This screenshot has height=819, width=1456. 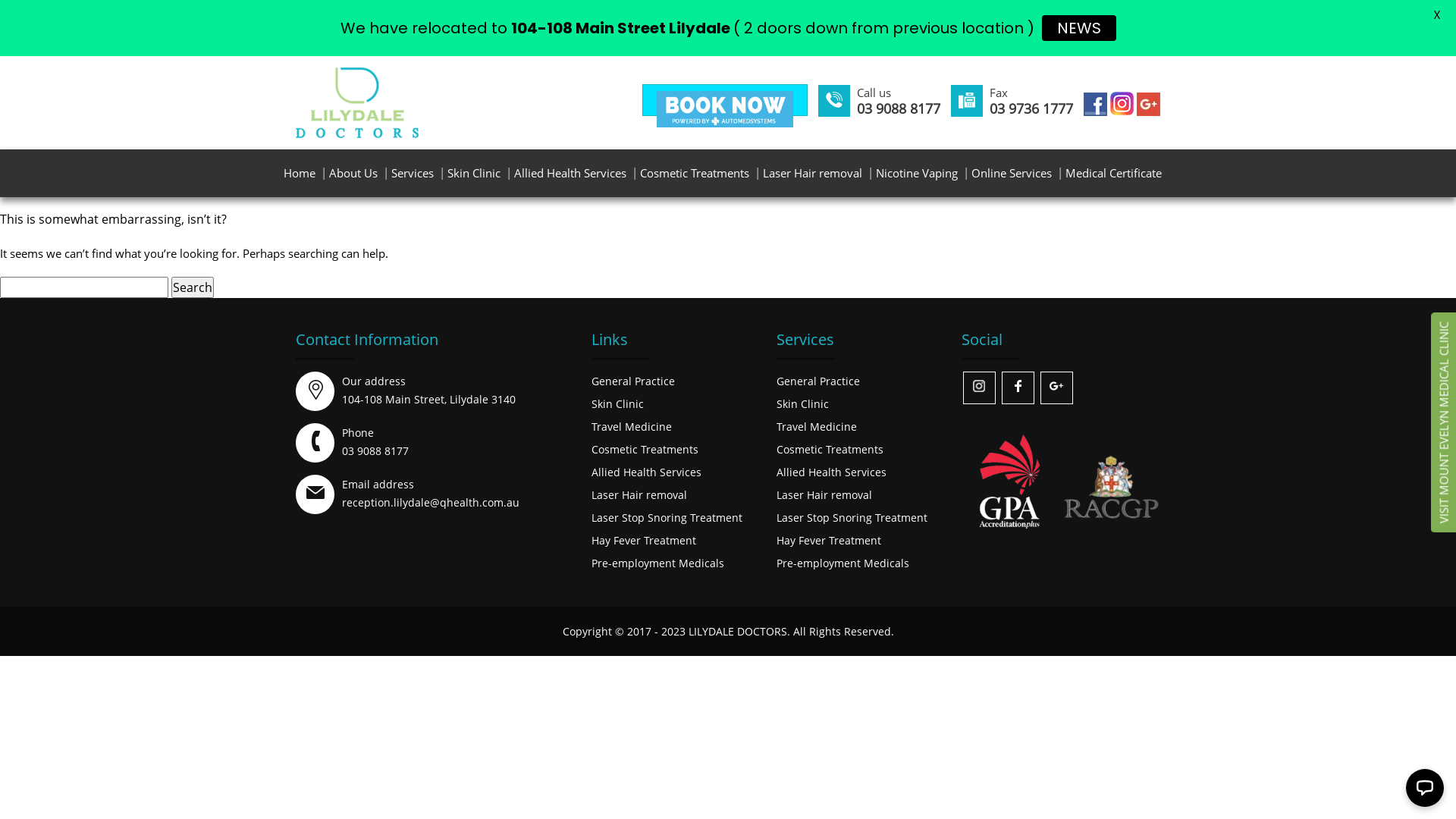 What do you see at coordinates (375, 441) in the screenshot?
I see `'Phone` at bounding box center [375, 441].